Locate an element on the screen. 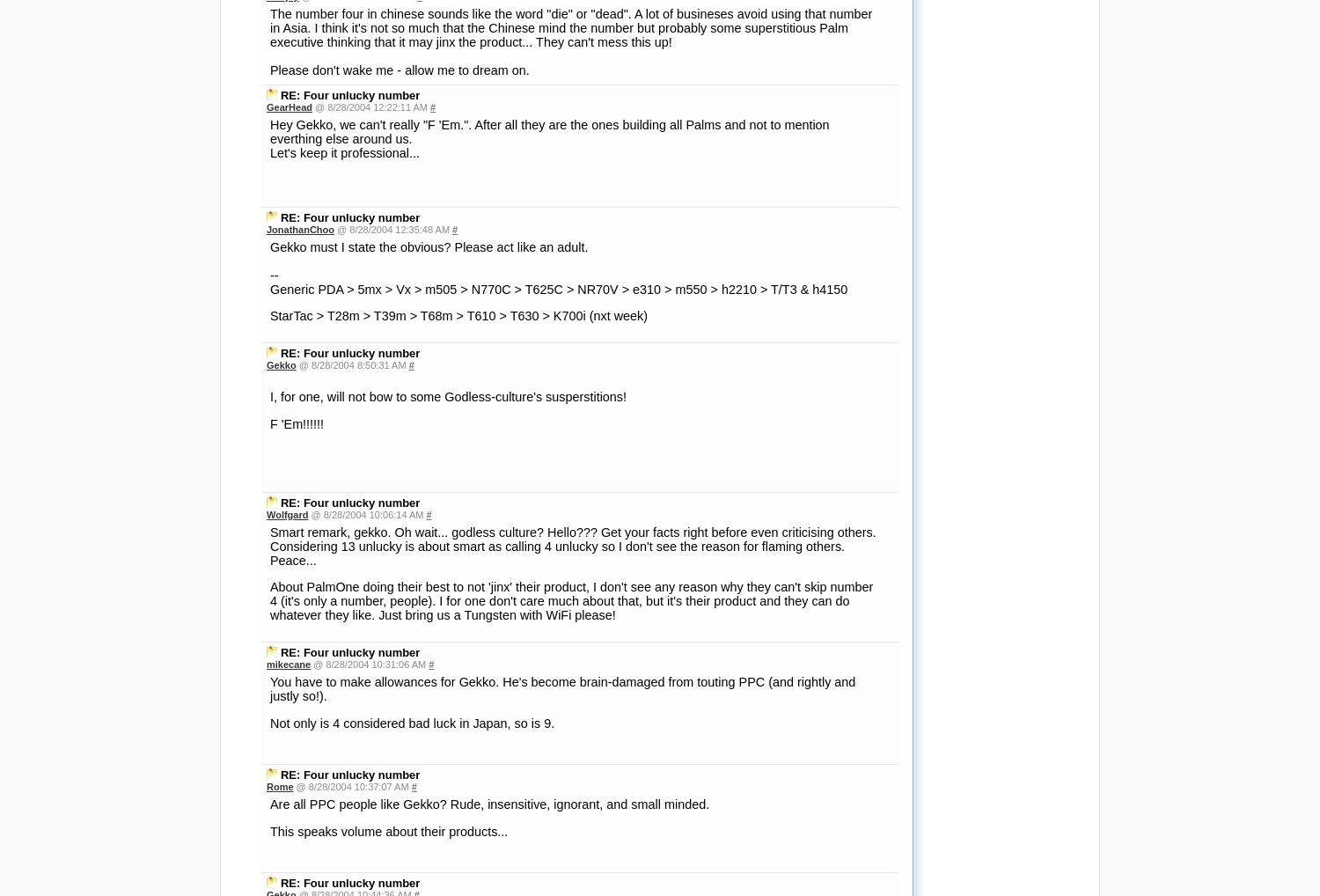  '@ 8/28/2004 12:35:48 AM' is located at coordinates (392, 228).